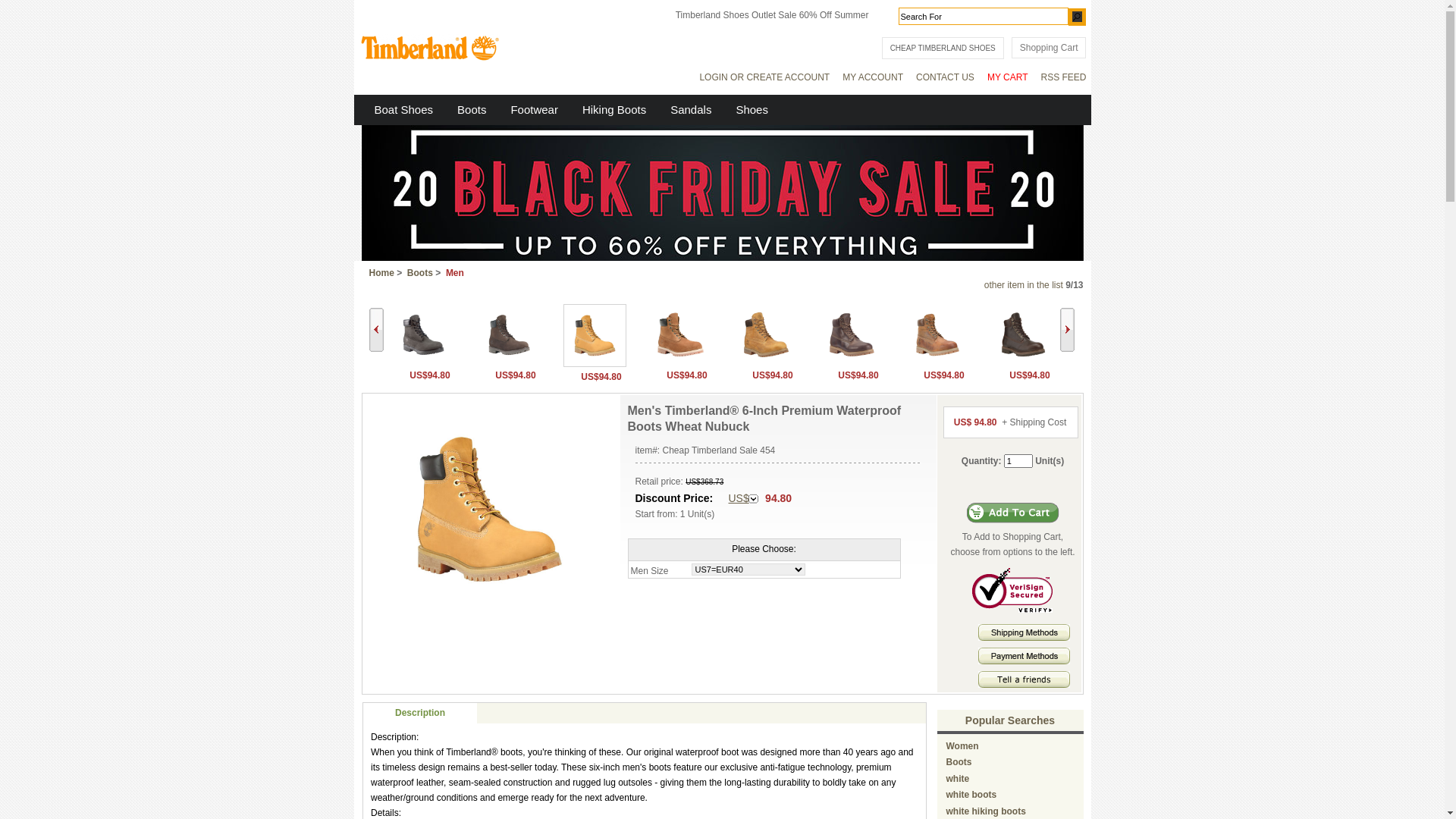  Describe the element at coordinates (1024, 632) in the screenshot. I see `' Shipping Methods '` at that location.